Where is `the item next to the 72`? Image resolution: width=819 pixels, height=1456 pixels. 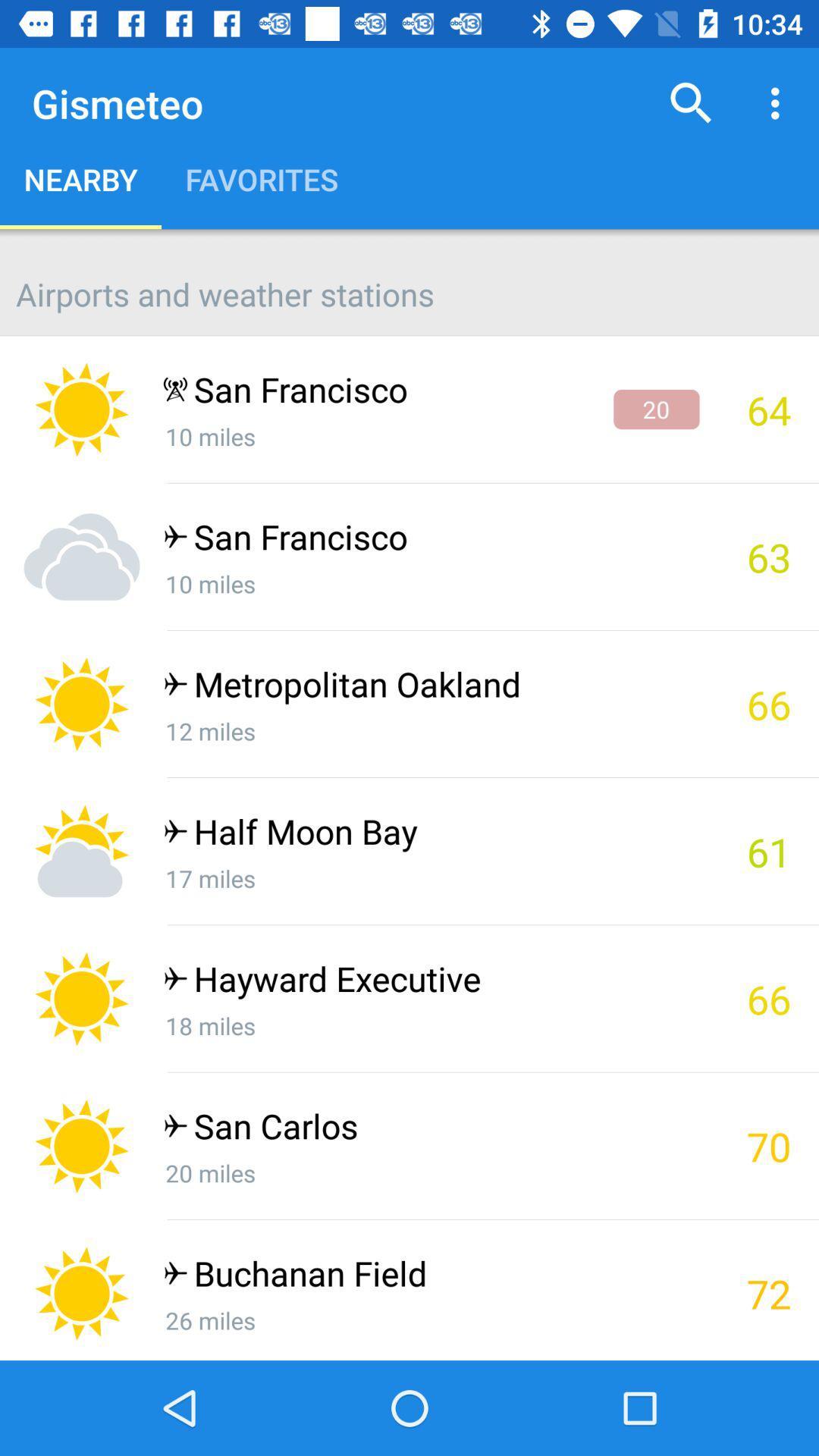 the item next to the 72 is located at coordinates (431, 1276).